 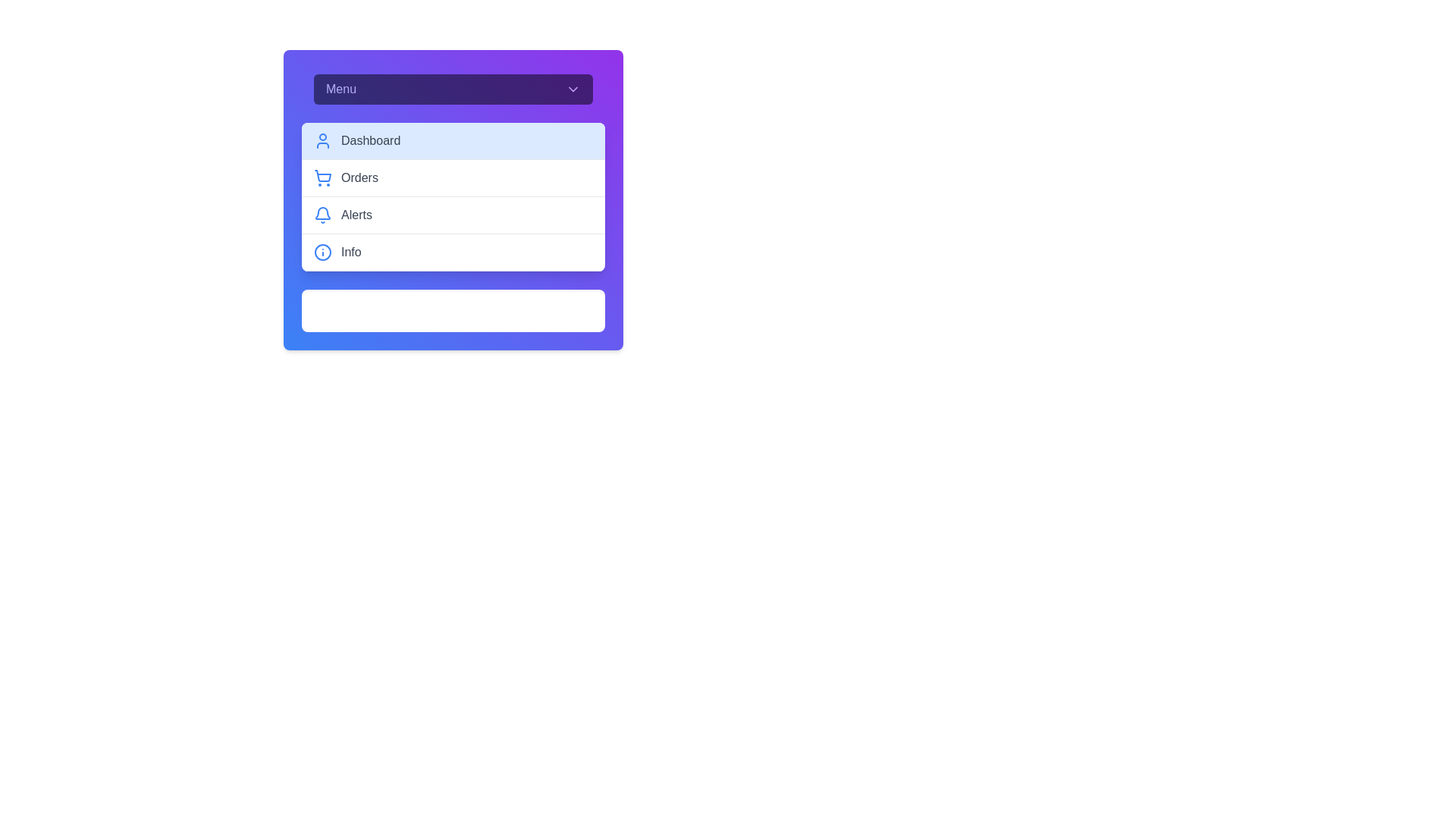 What do you see at coordinates (322, 140) in the screenshot?
I see `the user icon with a blue outline located to the left of the 'Dashboard' text in the first list item of the vertically arranged menu` at bounding box center [322, 140].